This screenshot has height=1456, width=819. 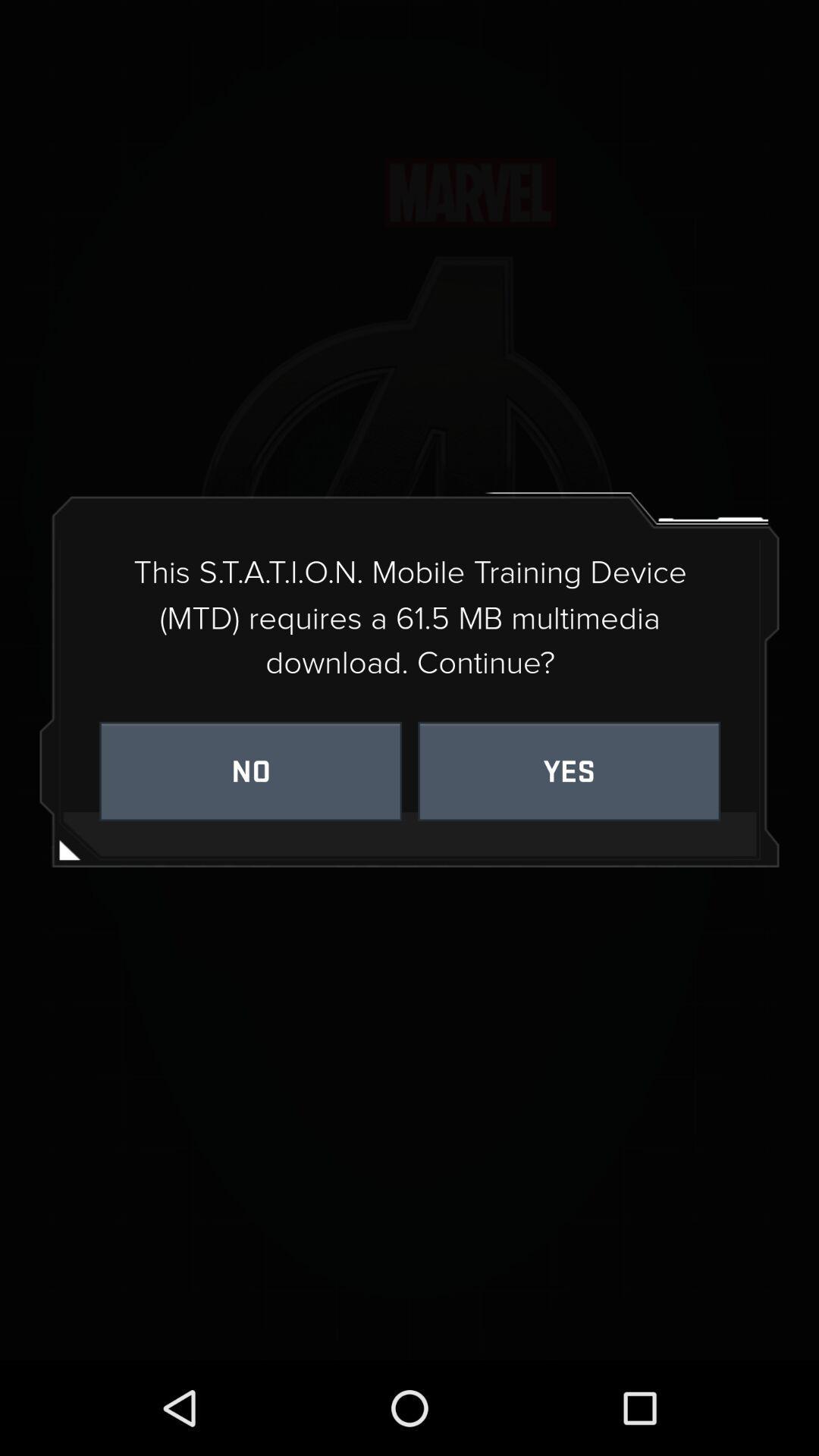 What do you see at coordinates (569, 771) in the screenshot?
I see `item below this s t icon` at bounding box center [569, 771].